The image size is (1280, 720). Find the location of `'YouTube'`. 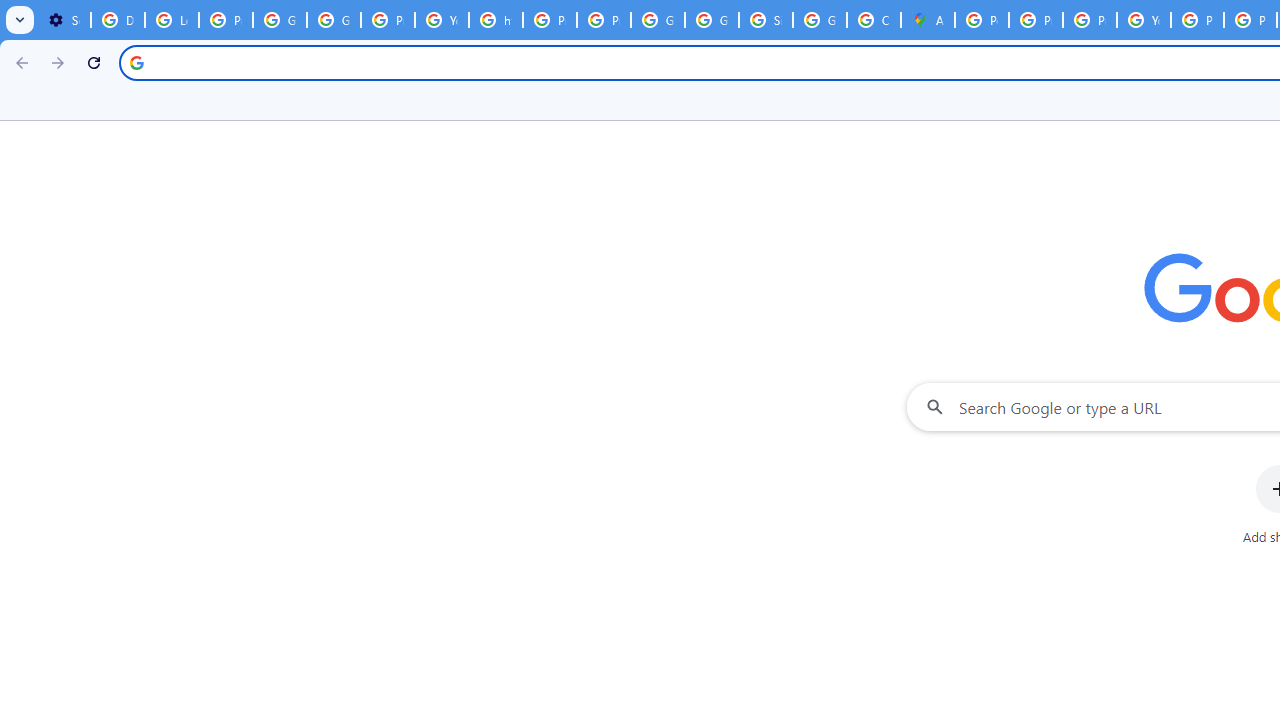

'YouTube' is located at coordinates (1144, 20).